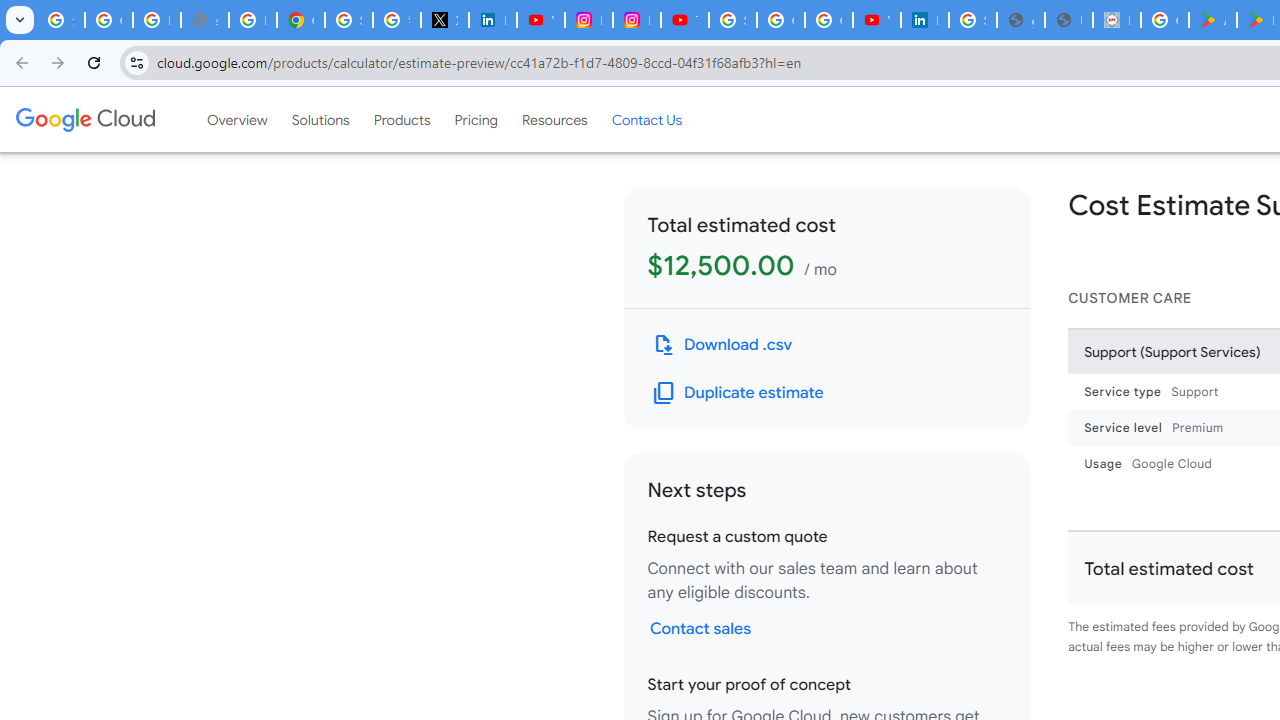 Image resolution: width=1280 pixels, height=720 pixels. What do you see at coordinates (237, 119) in the screenshot?
I see `'Overview'` at bounding box center [237, 119].